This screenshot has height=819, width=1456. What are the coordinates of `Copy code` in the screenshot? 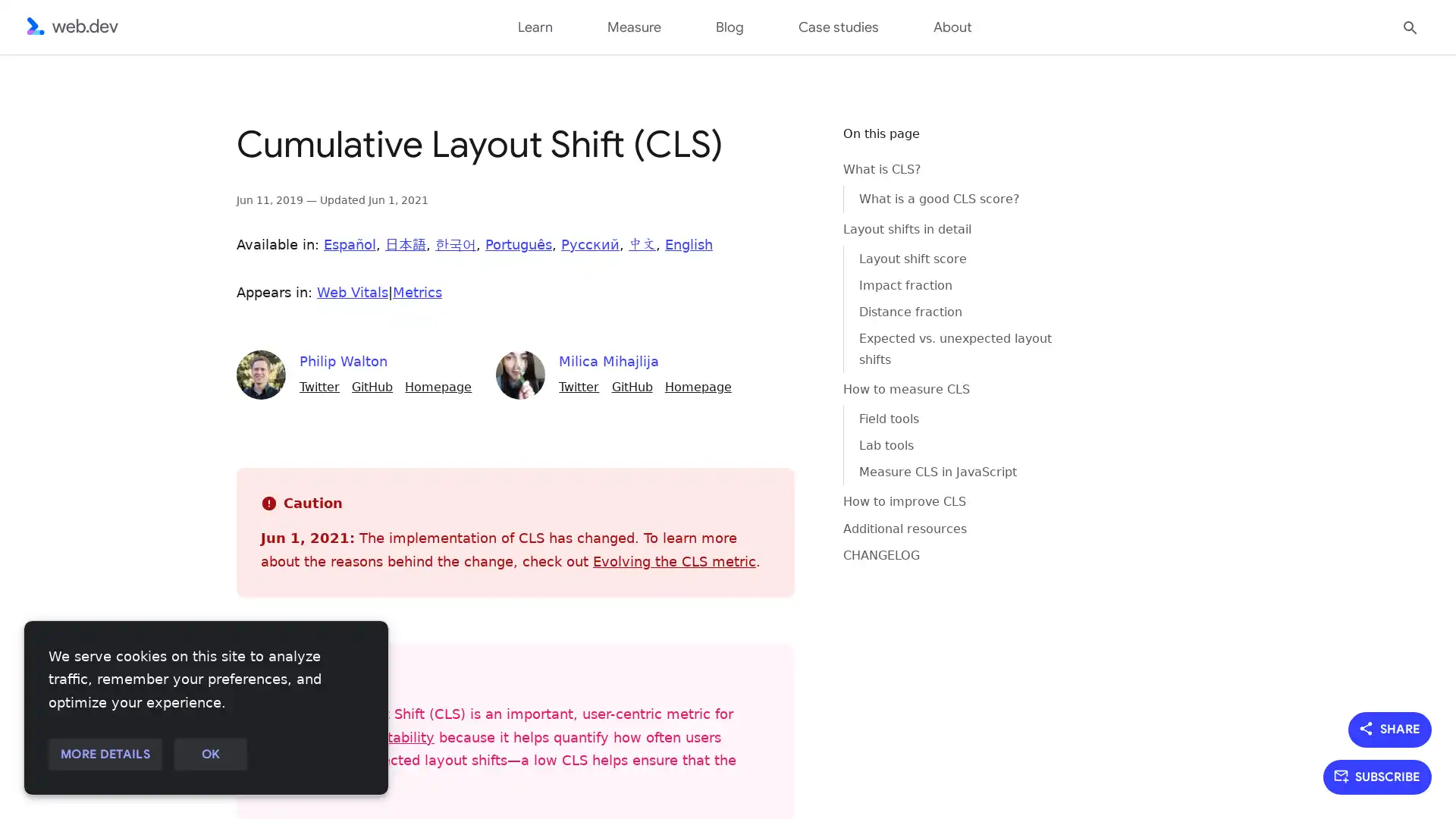 It's located at (793, 146).